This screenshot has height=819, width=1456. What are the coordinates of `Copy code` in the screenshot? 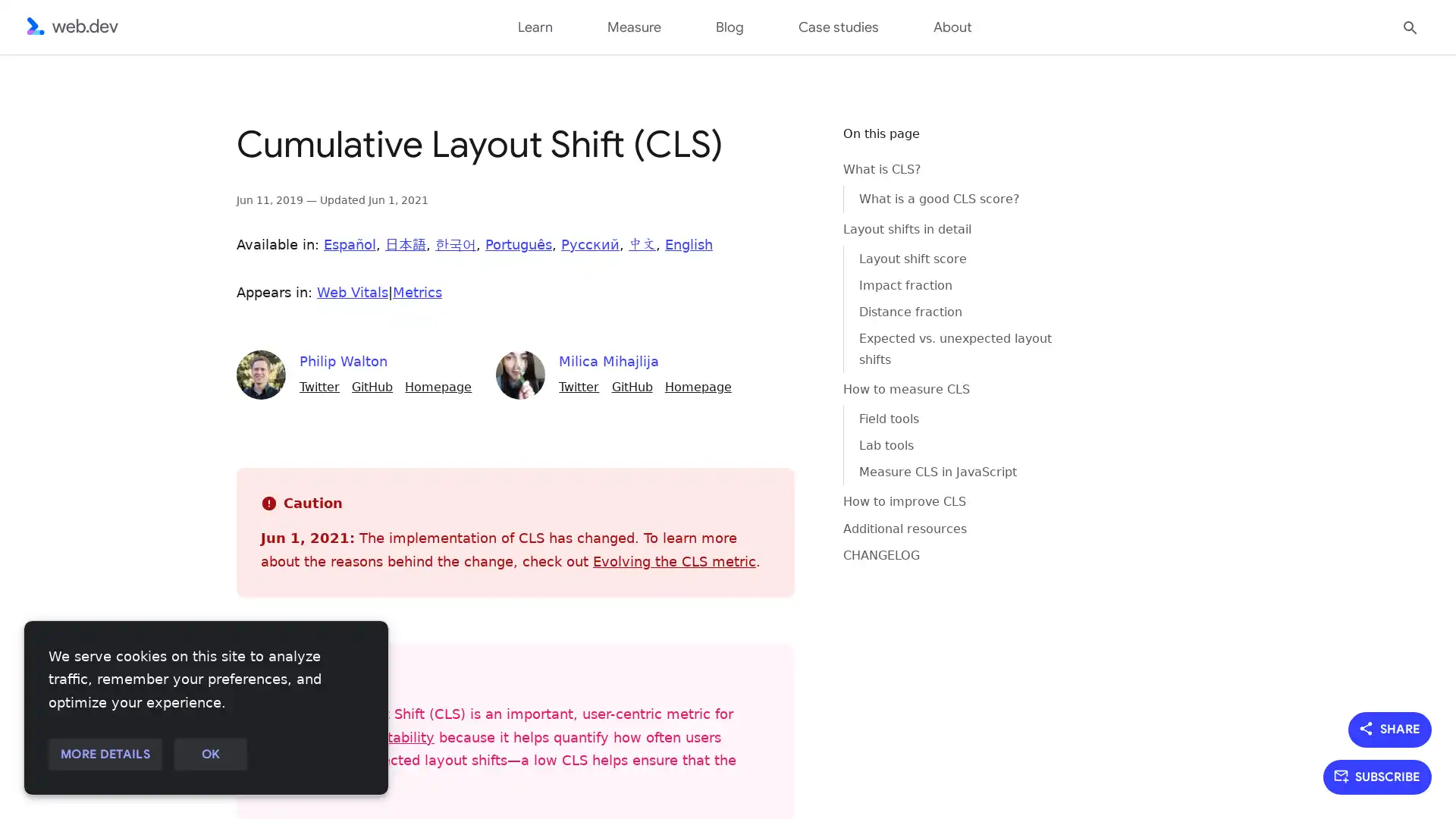 It's located at (793, 146).